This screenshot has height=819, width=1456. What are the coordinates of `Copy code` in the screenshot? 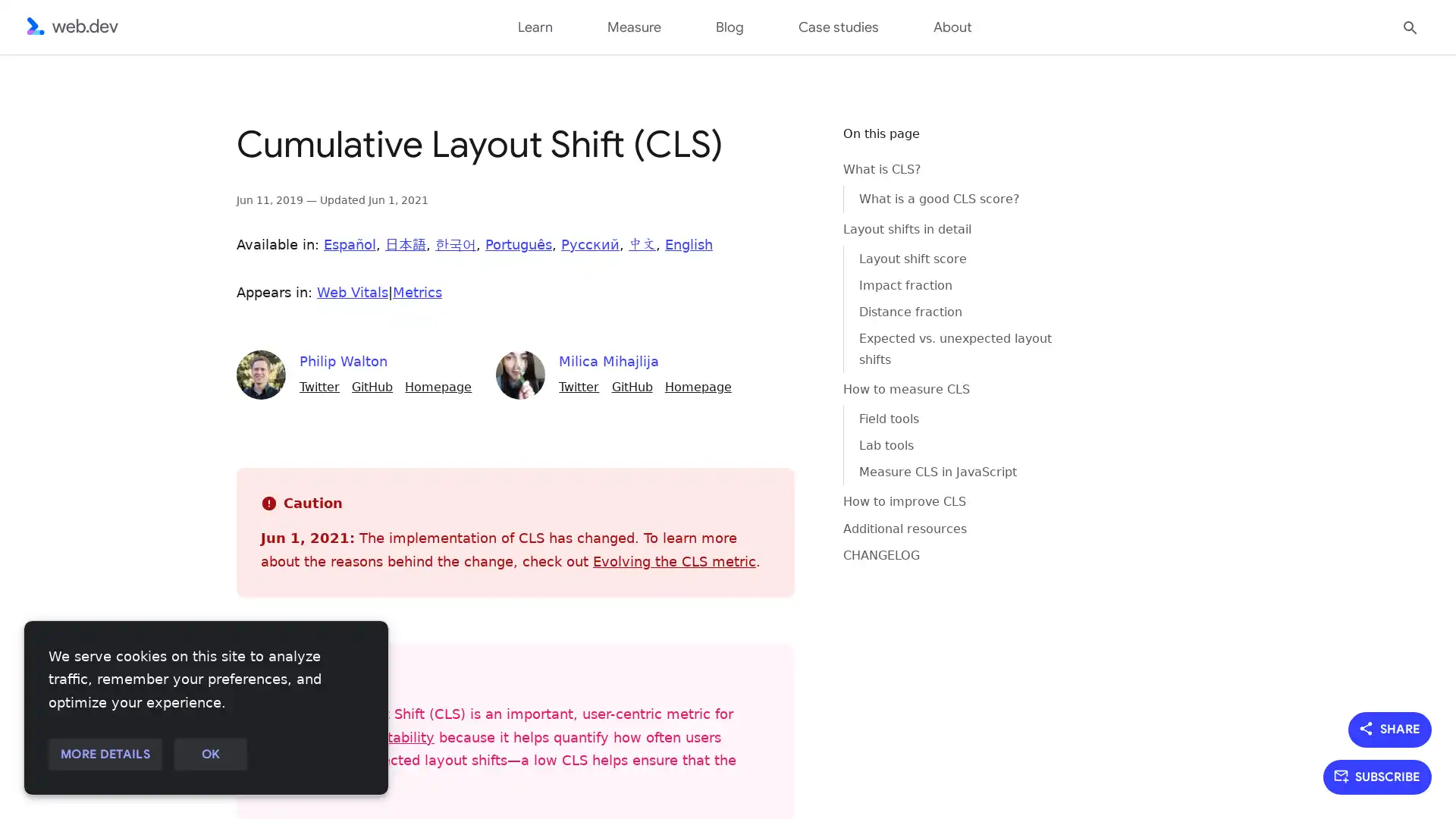 It's located at (793, 146).